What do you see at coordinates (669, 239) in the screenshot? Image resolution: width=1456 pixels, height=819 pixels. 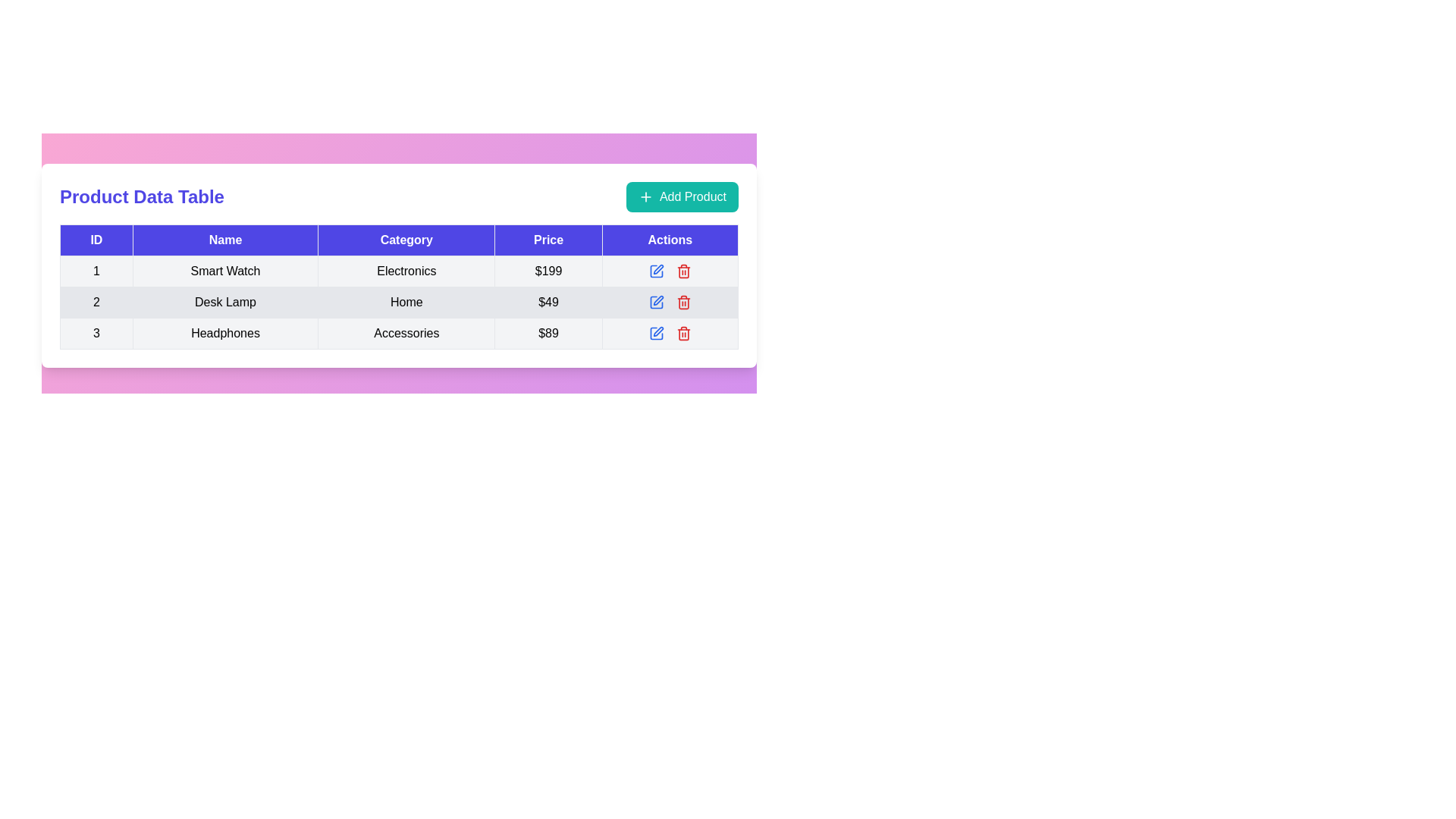 I see `the 'Actions' text label in the table header cell, which has a blue background and white bold font, located at the far right of the header row` at bounding box center [669, 239].